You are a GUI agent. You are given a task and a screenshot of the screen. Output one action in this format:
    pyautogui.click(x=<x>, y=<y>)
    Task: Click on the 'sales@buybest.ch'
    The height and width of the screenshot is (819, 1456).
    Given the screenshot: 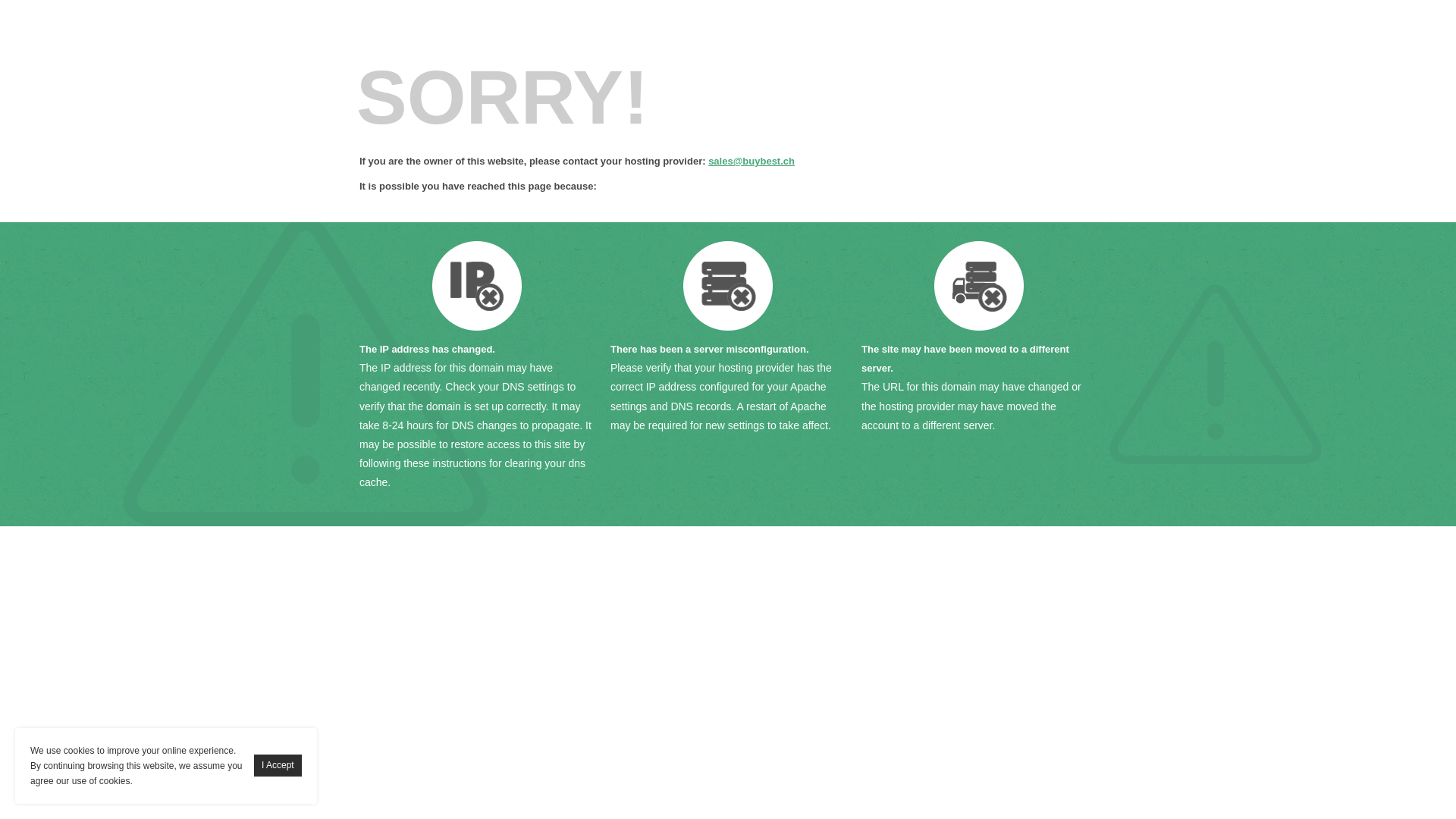 What is the action you would take?
    pyautogui.click(x=751, y=161)
    